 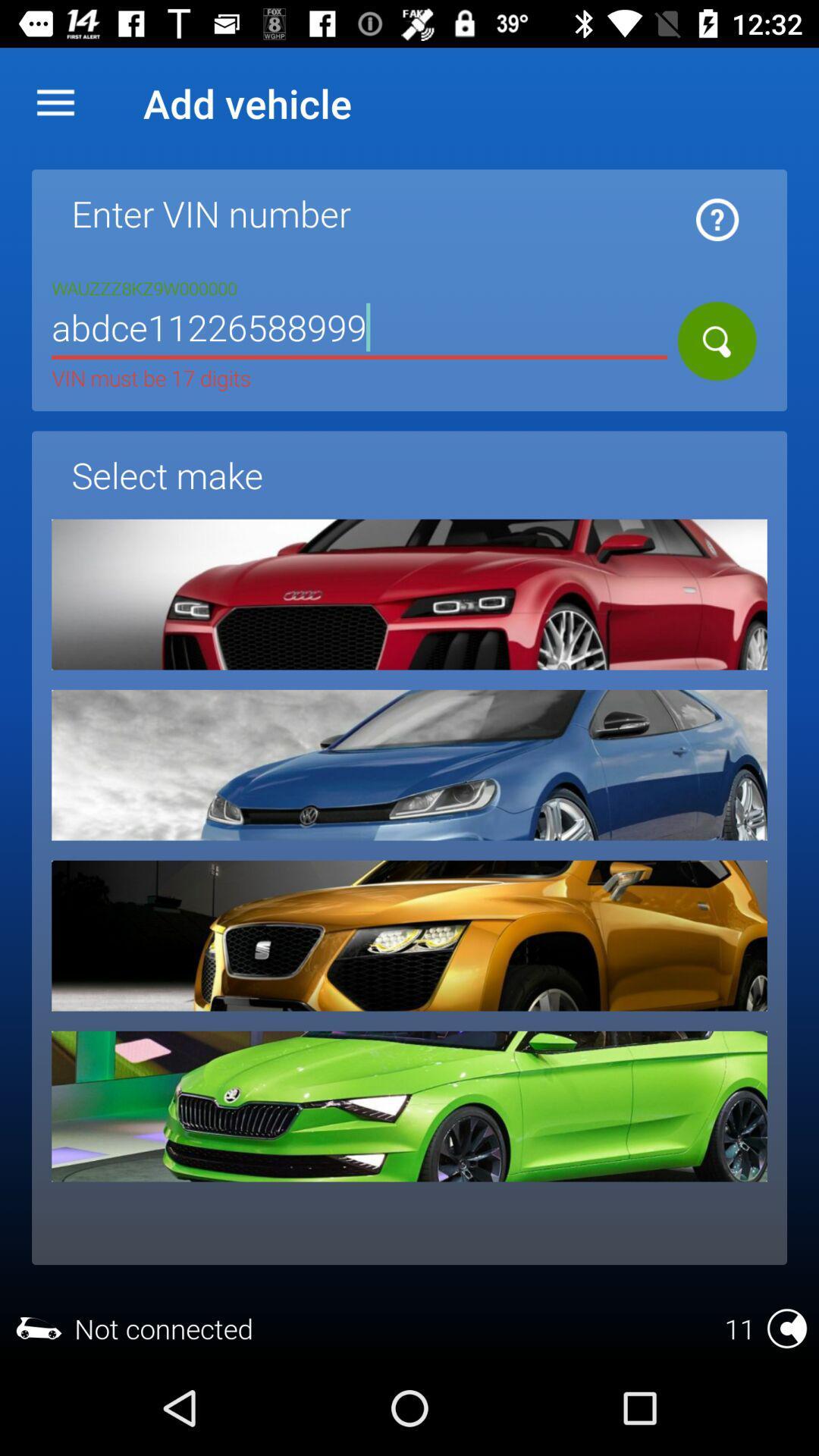 I want to click on this make, so click(x=409, y=594).